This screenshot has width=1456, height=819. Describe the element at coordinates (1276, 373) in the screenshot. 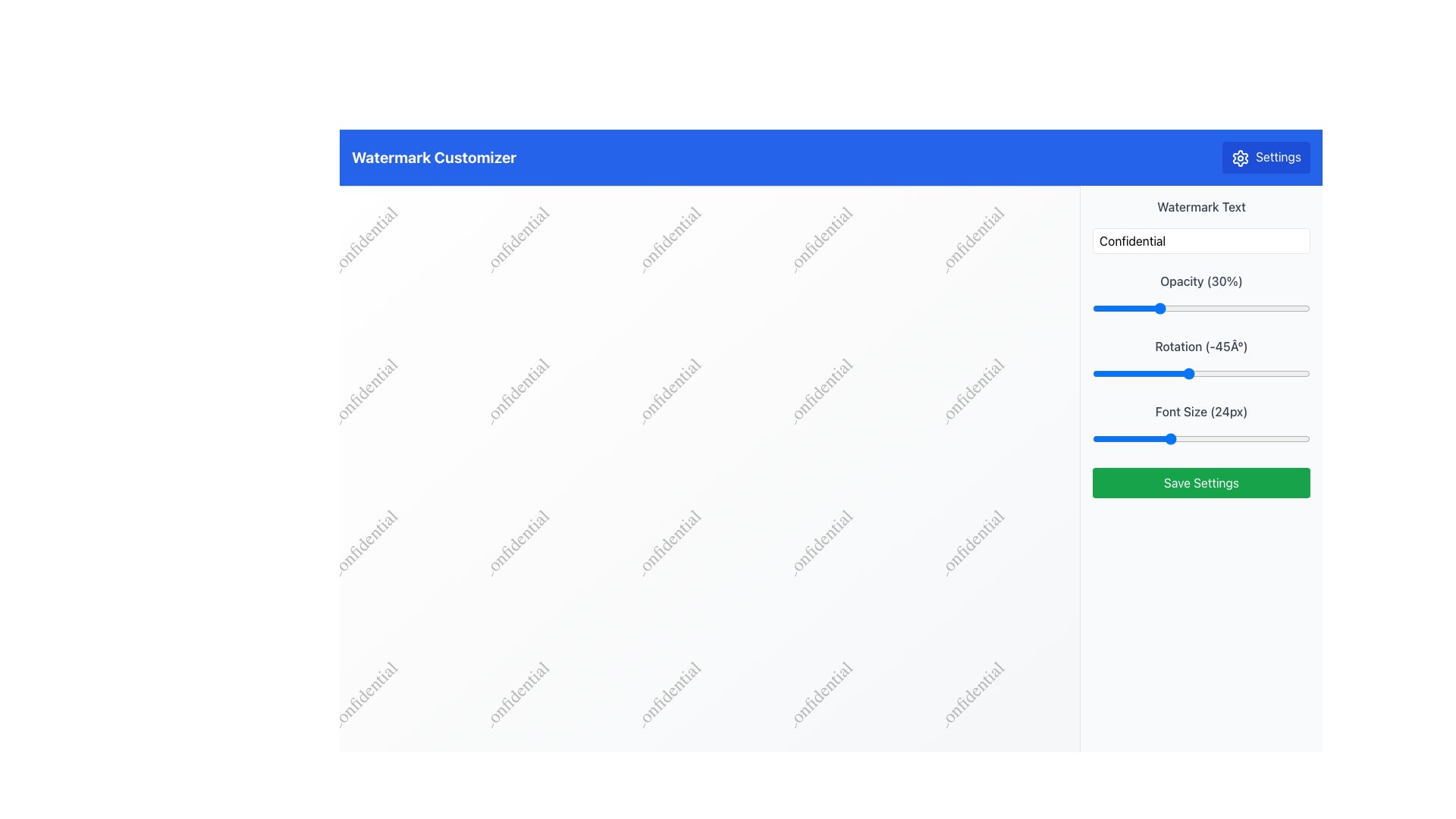

I see `rotation` at that location.